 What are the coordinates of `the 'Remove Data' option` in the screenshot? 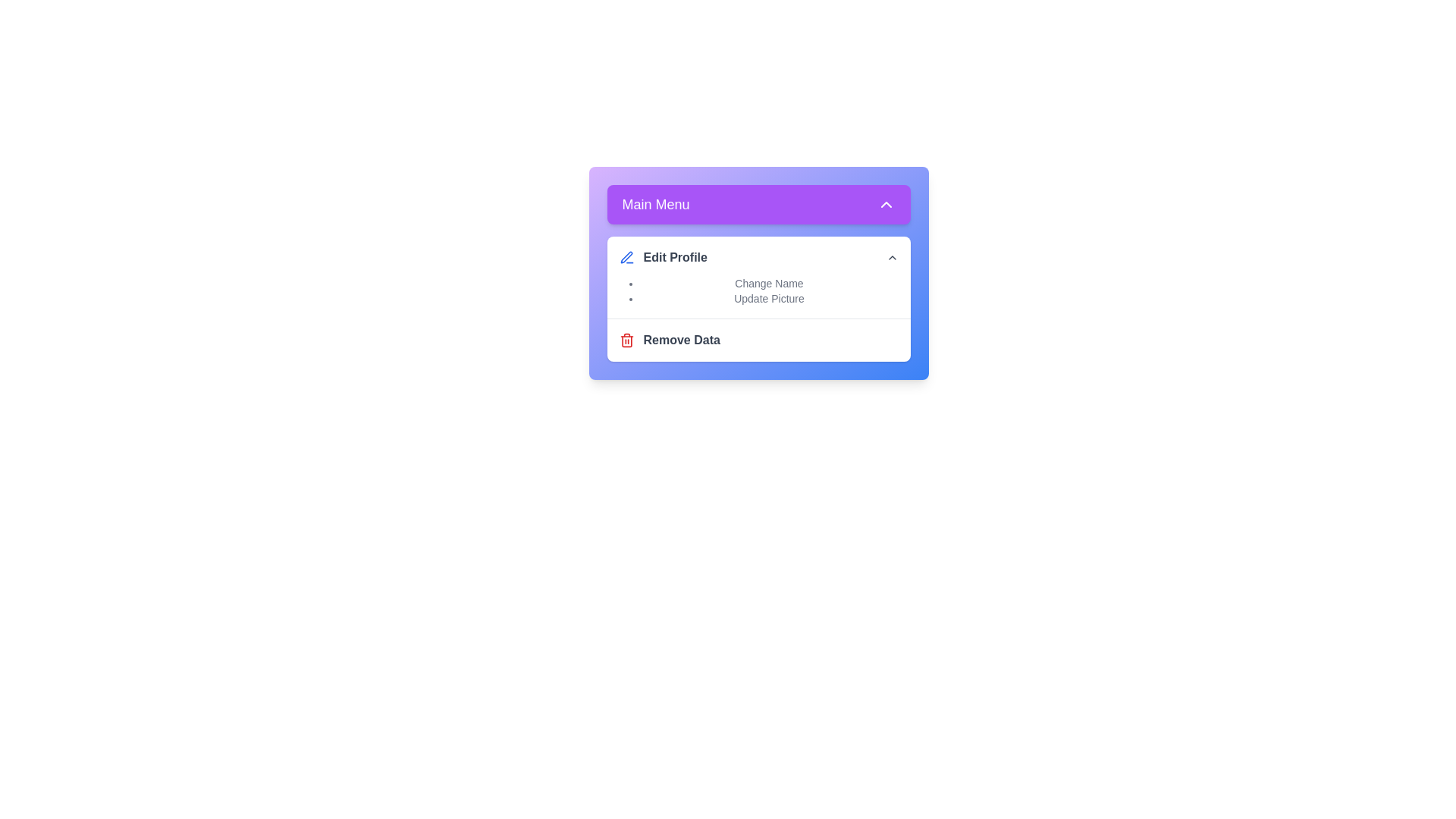 It's located at (758, 339).